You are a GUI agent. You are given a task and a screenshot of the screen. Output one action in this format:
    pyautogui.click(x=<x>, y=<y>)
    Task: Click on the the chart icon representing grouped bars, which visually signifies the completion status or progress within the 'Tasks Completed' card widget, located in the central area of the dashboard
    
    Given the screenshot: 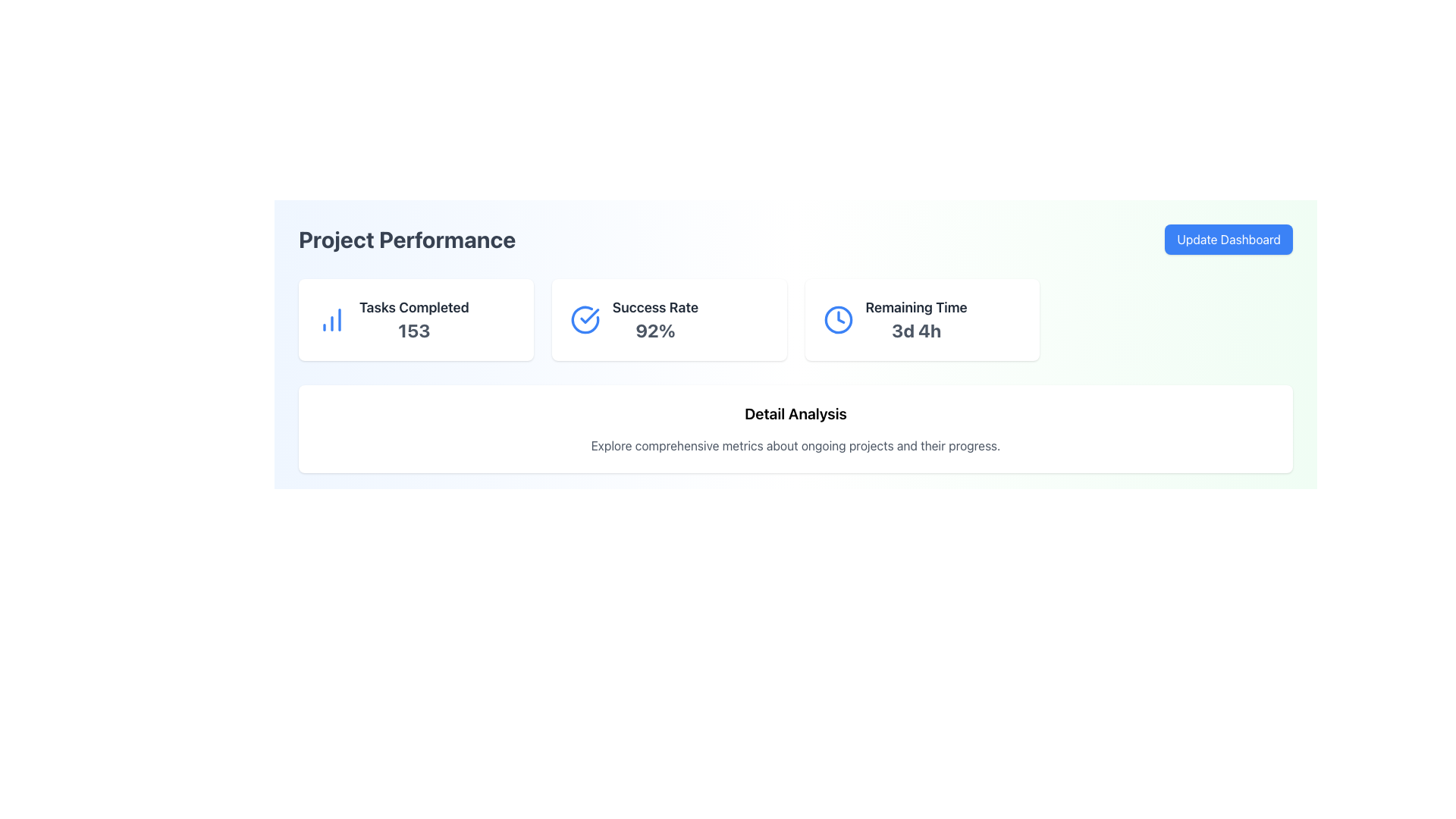 What is the action you would take?
    pyautogui.click(x=331, y=318)
    